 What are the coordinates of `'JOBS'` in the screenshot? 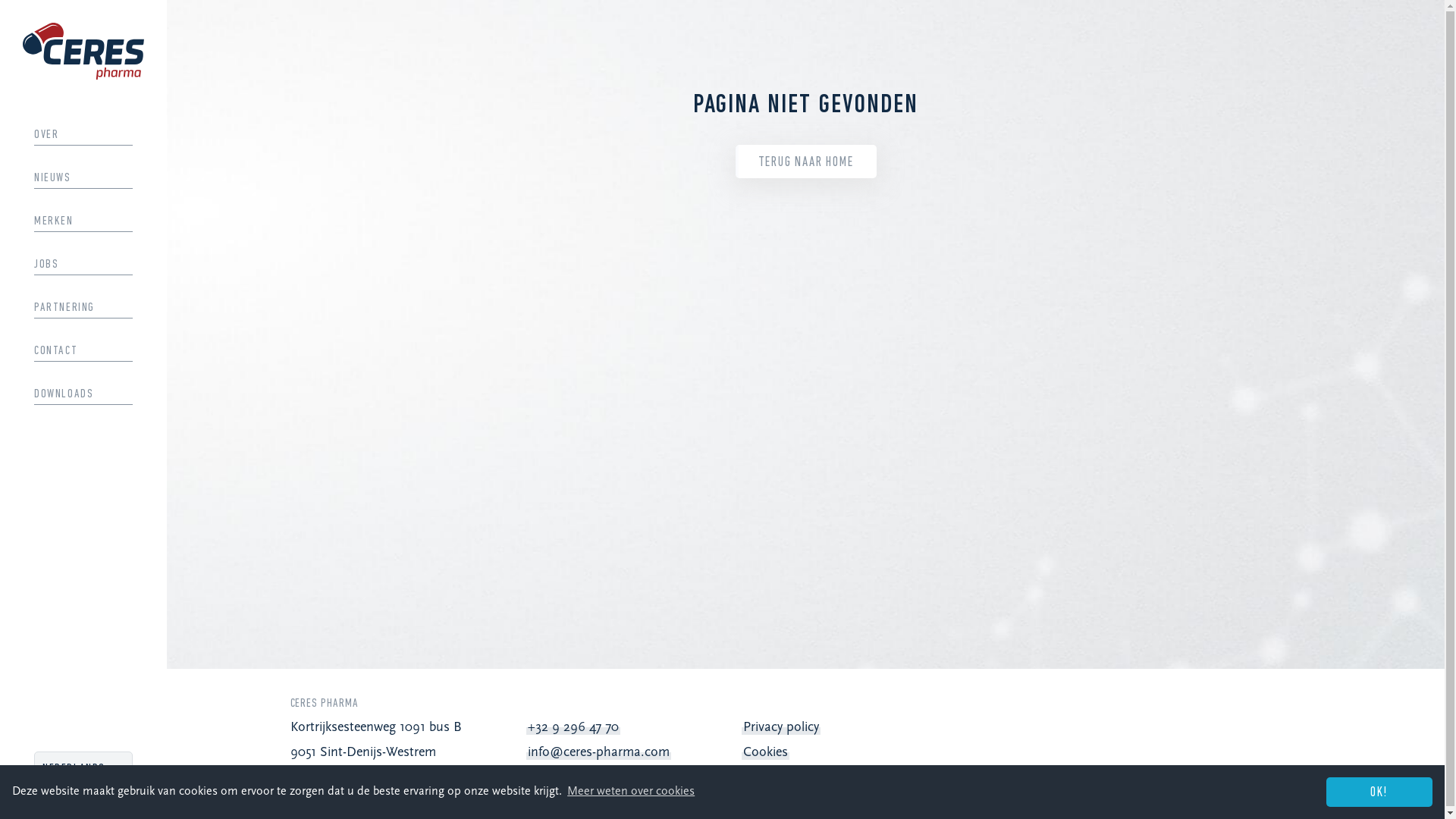 It's located at (83, 263).